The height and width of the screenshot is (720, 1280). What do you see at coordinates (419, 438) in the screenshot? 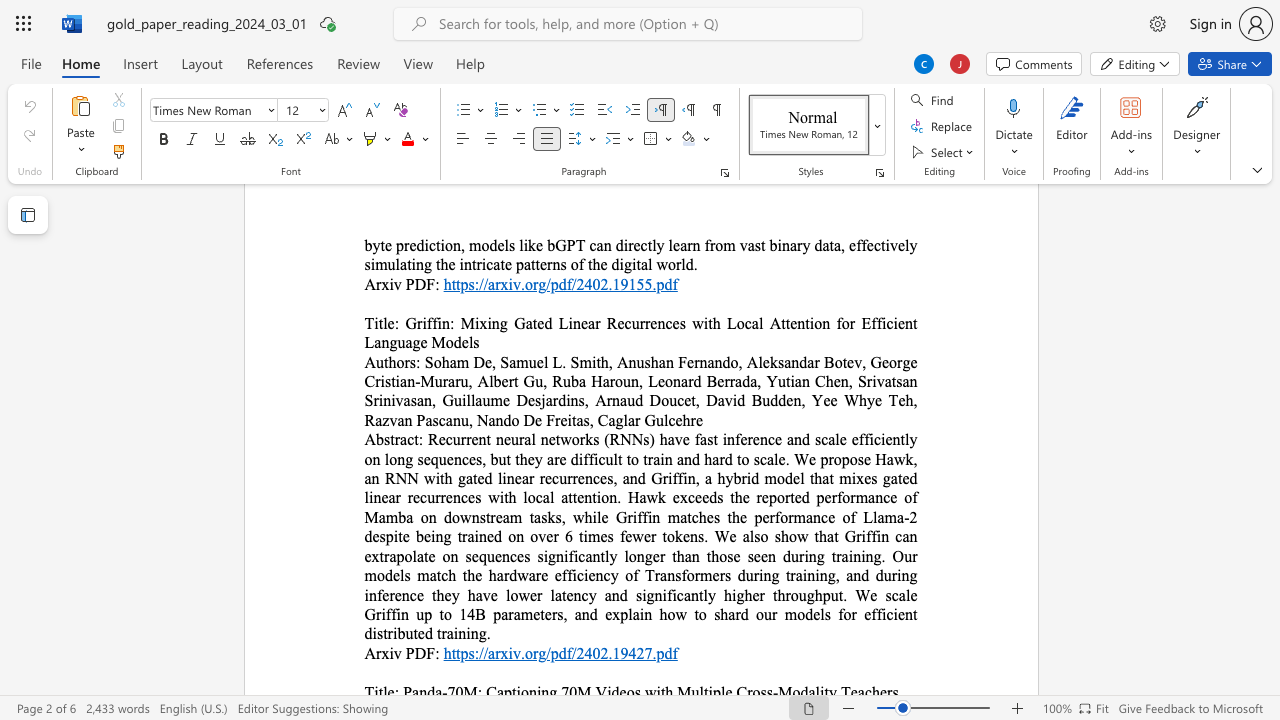
I see `the 1th character ":" in the text` at bounding box center [419, 438].